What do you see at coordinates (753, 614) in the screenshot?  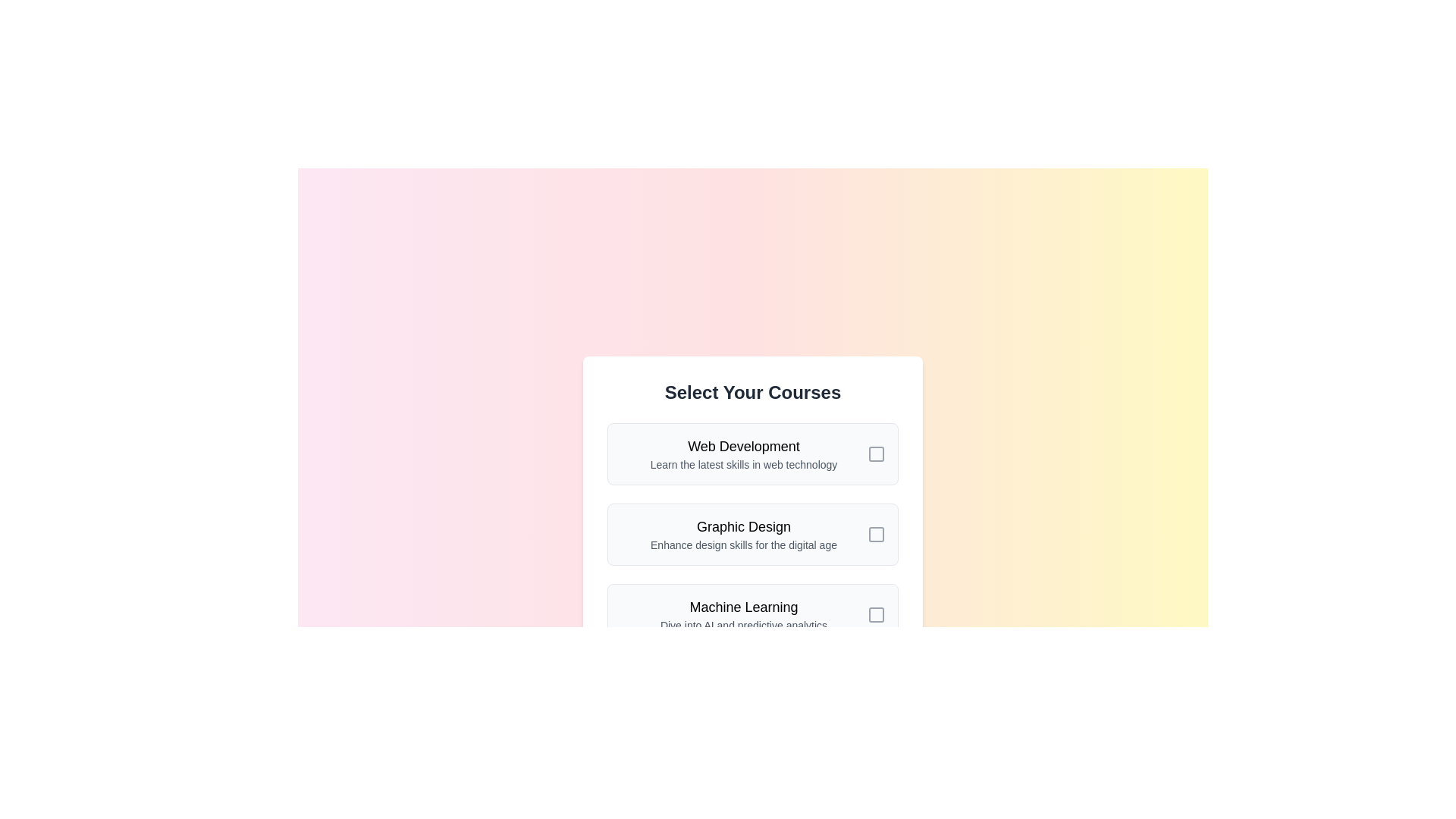 I see `the course item titled 'Machine Learning' to observe the visual feedback` at bounding box center [753, 614].